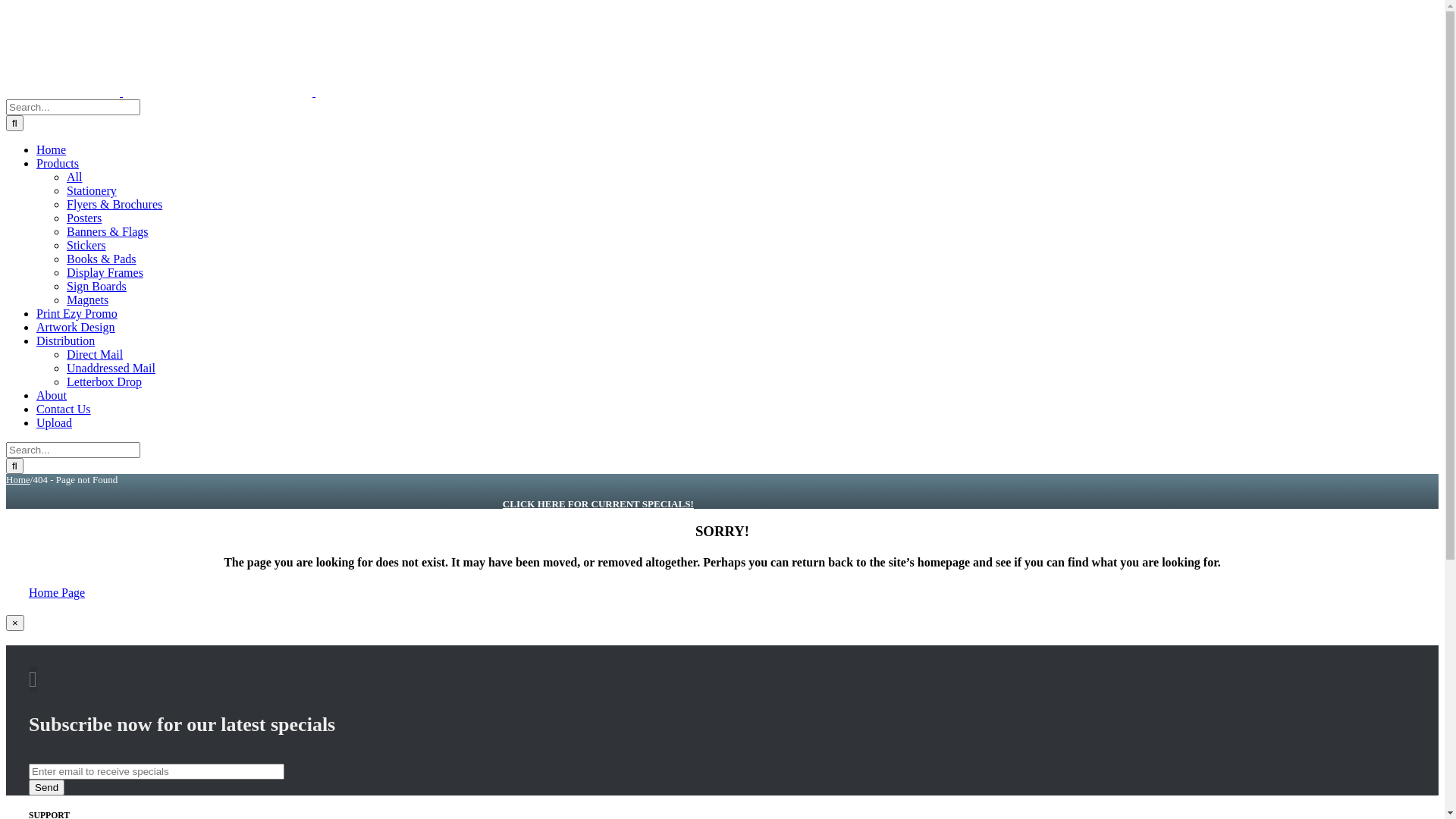 Image resolution: width=1456 pixels, height=819 pixels. What do you see at coordinates (58, 163) in the screenshot?
I see `'Products'` at bounding box center [58, 163].